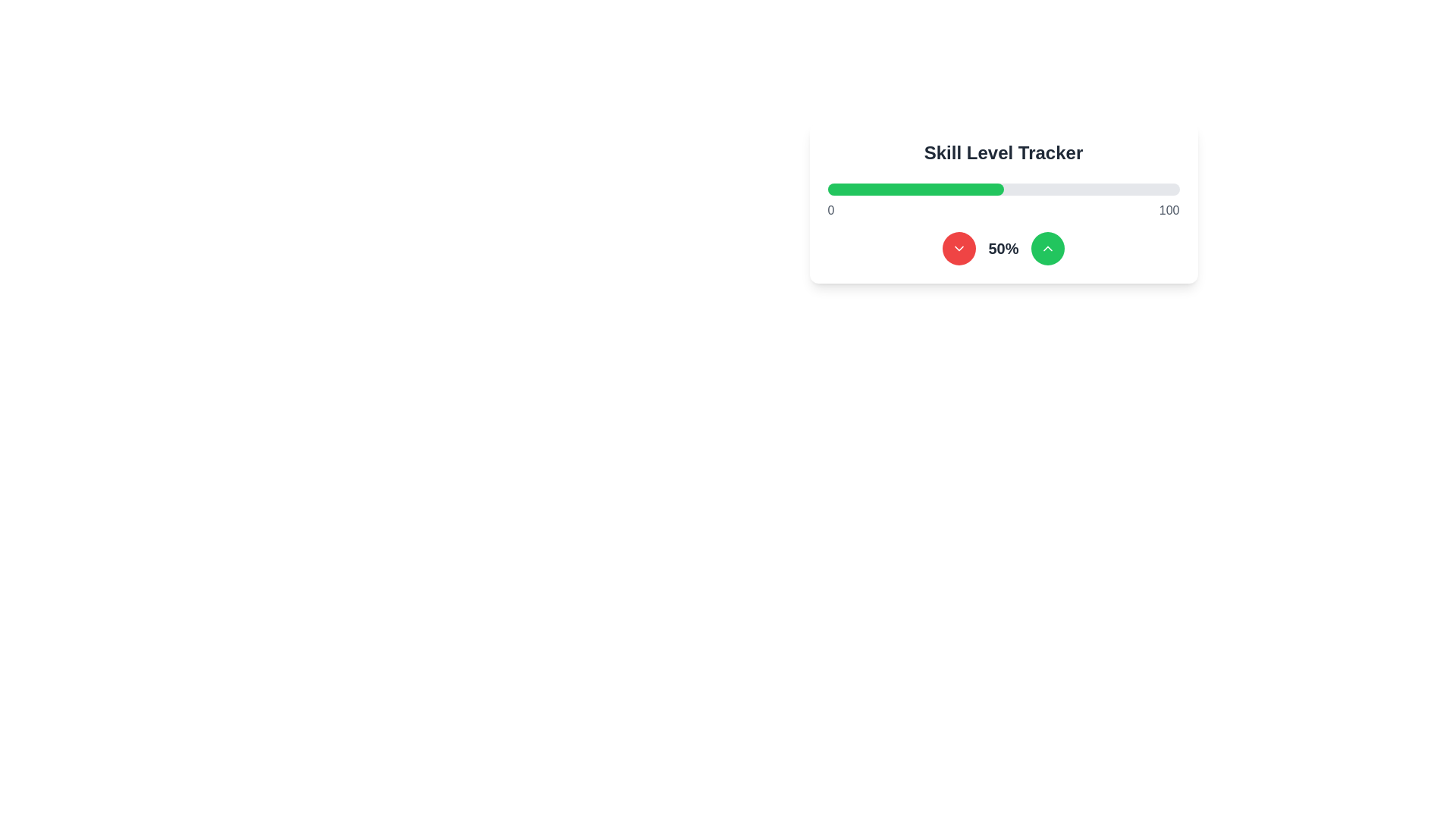 This screenshot has width=1456, height=819. Describe the element at coordinates (959, 247) in the screenshot. I see `the circular icon positioned to the left of the percentage indicator (50%)` at that location.